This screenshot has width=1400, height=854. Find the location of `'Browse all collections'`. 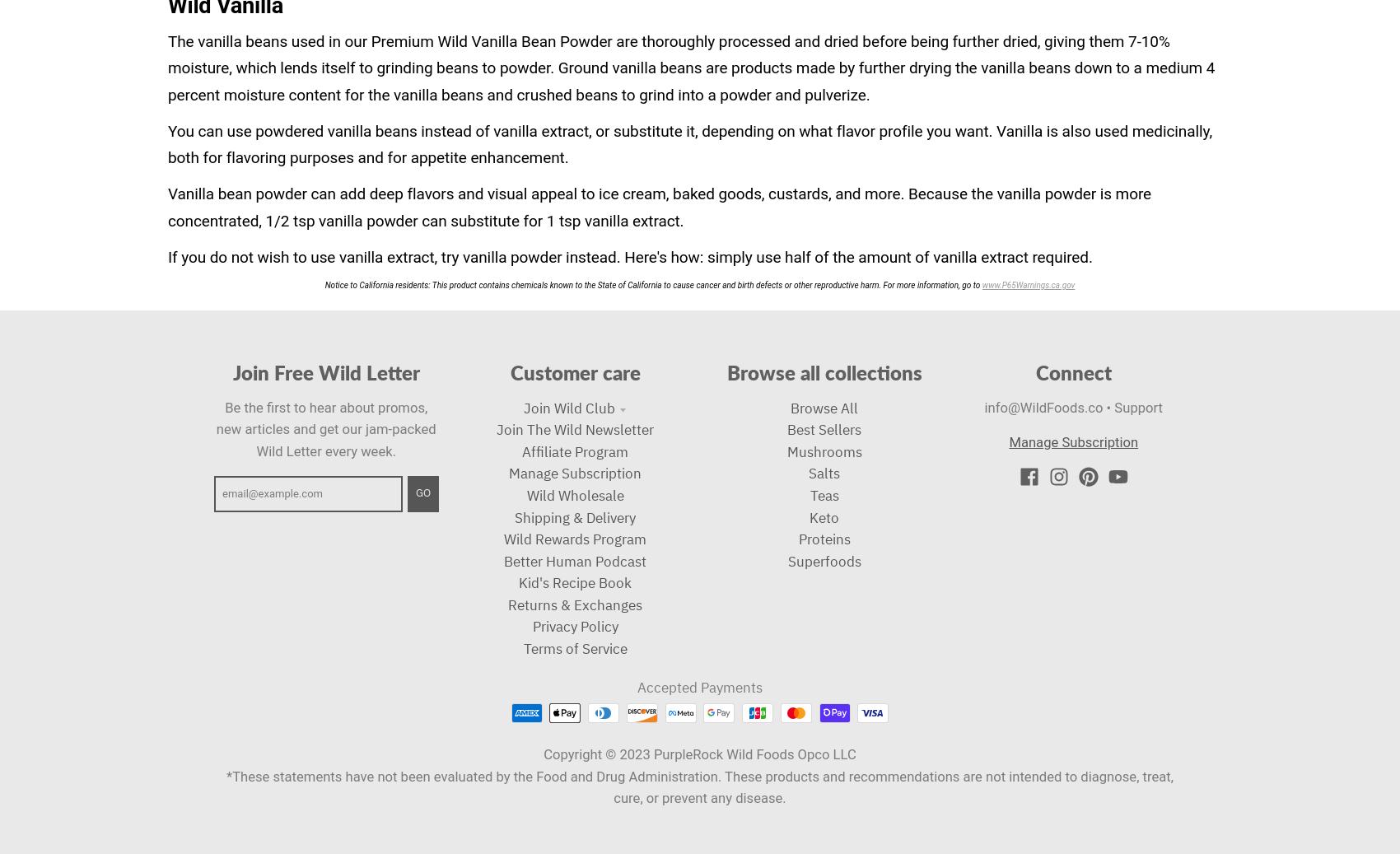

'Browse all collections' is located at coordinates (823, 371).